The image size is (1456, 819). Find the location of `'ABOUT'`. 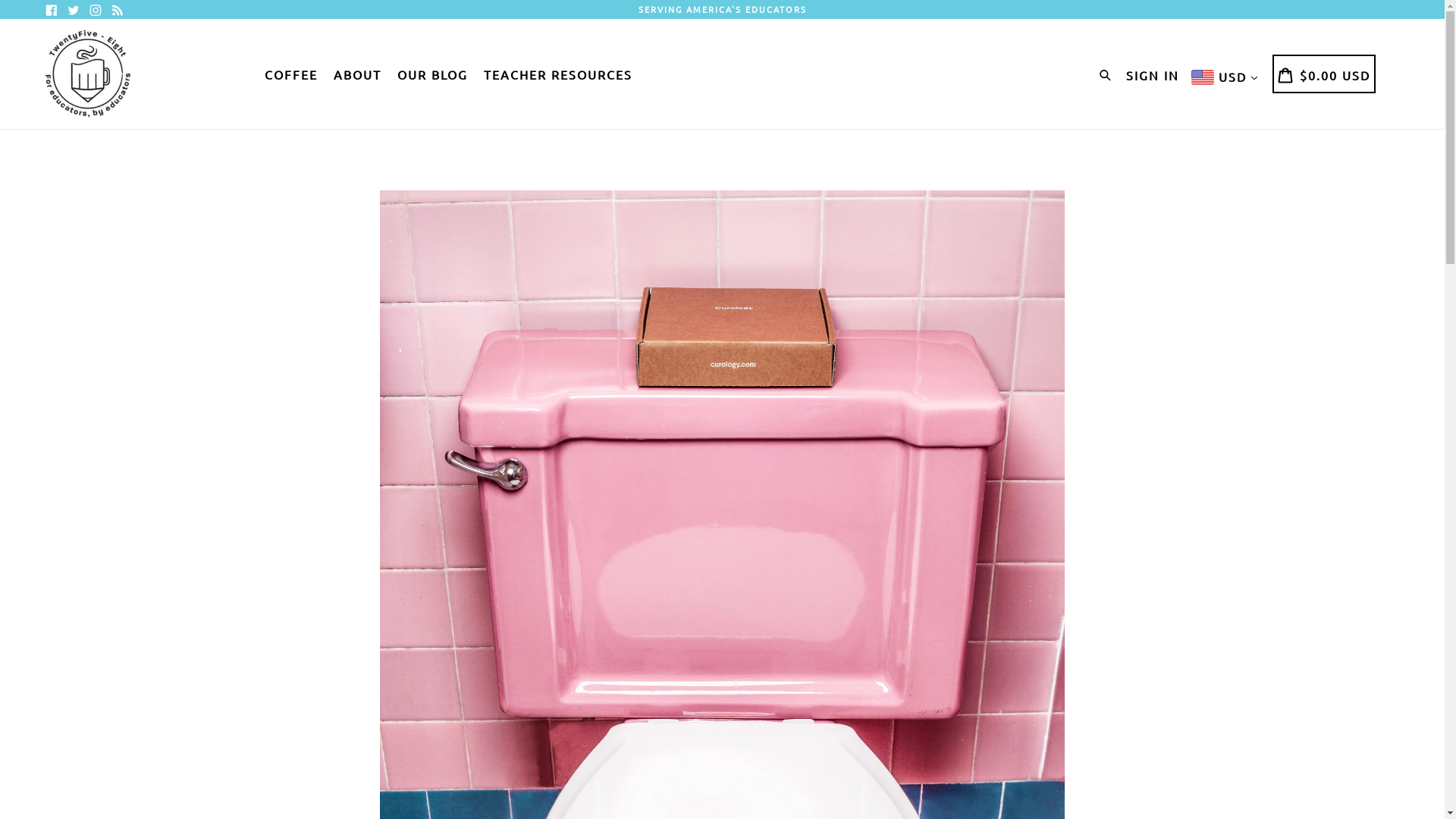

'ABOUT' is located at coordinates (356, 74).